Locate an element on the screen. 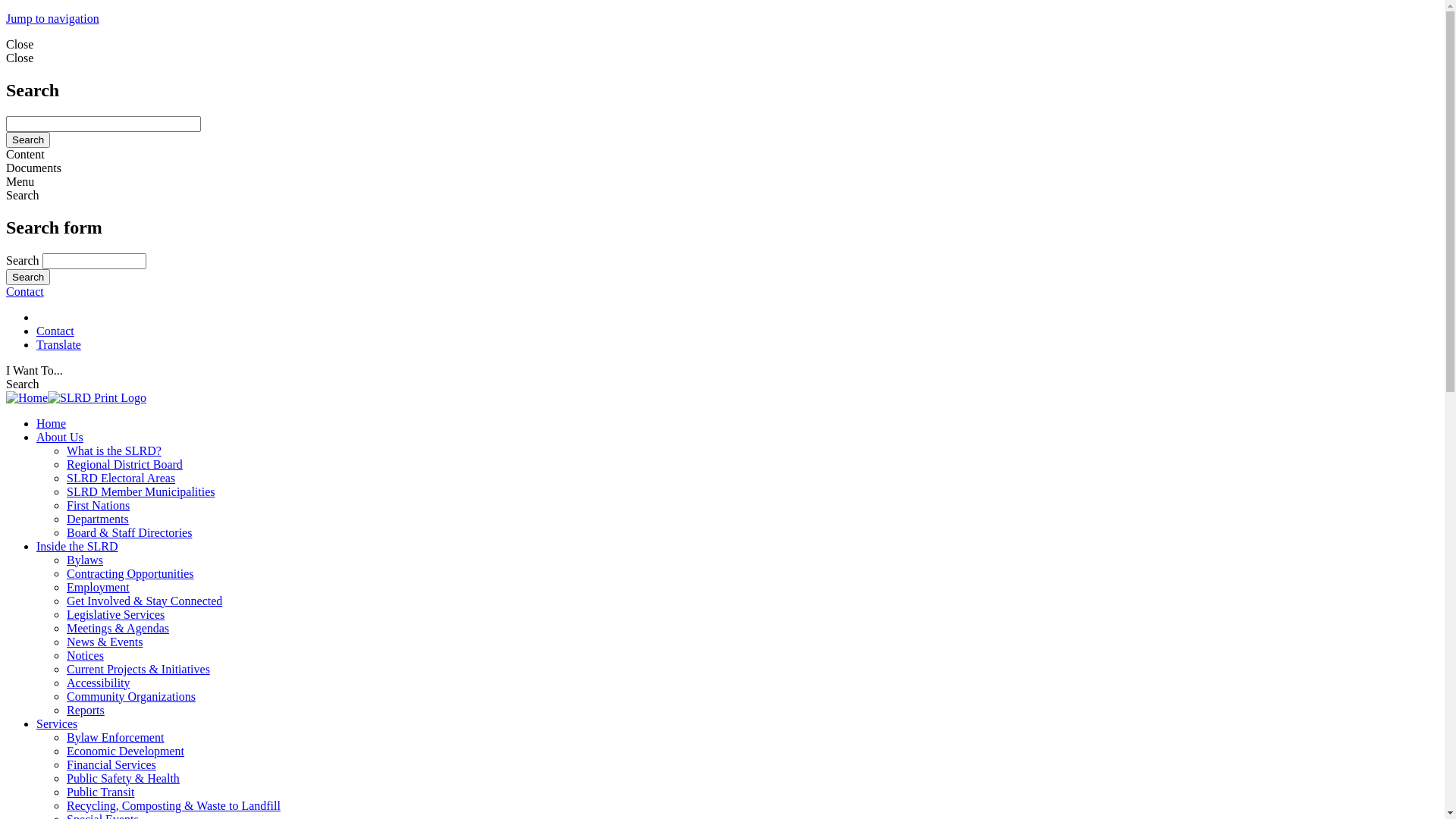 The height and width of the screenshot is (819, 1456). 'Services' is located at coordinates (36, 723).